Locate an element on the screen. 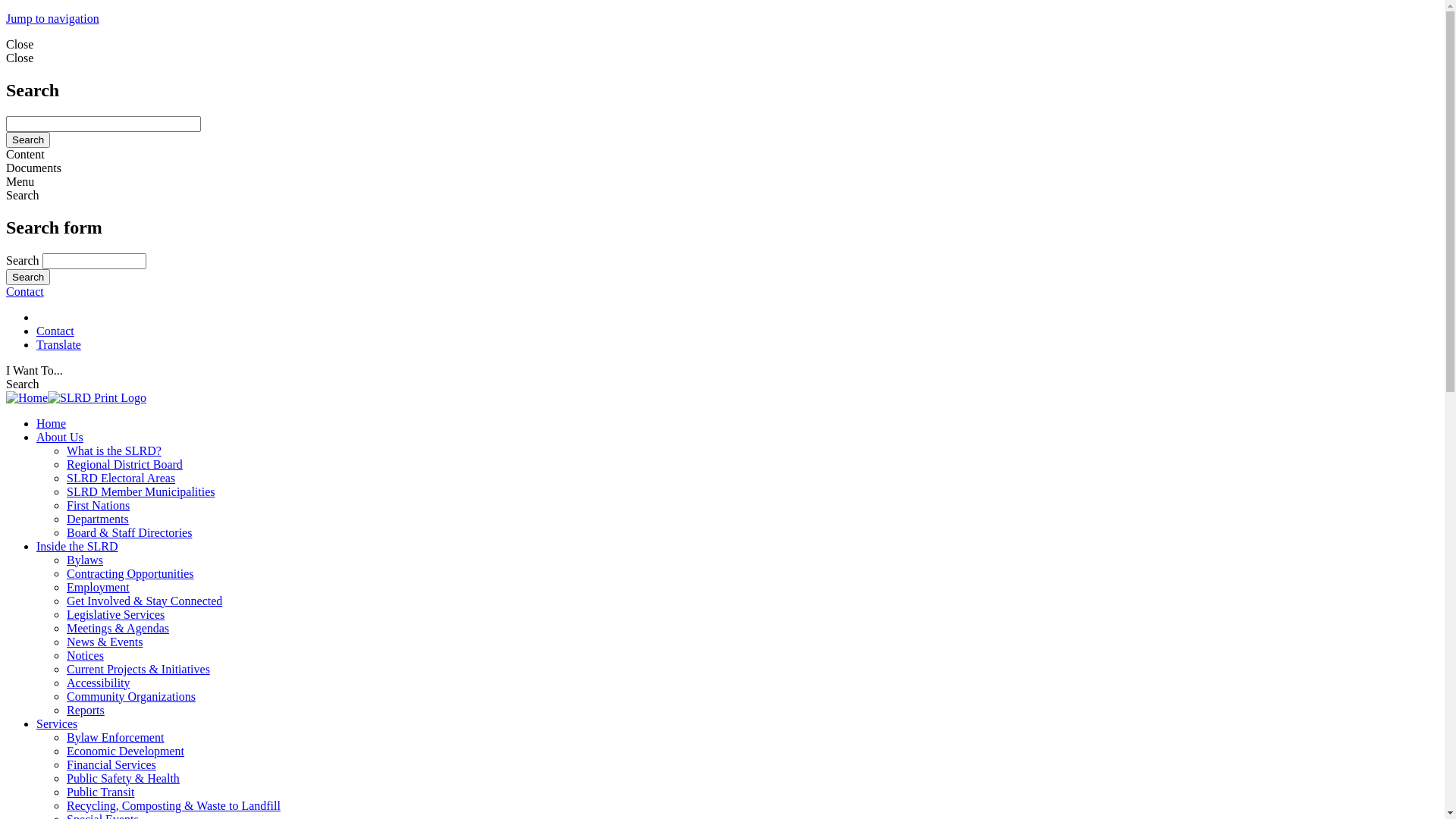 The height and width of the screenshot is (819, 1456). 'Services' is located at coordinates (36, 723).